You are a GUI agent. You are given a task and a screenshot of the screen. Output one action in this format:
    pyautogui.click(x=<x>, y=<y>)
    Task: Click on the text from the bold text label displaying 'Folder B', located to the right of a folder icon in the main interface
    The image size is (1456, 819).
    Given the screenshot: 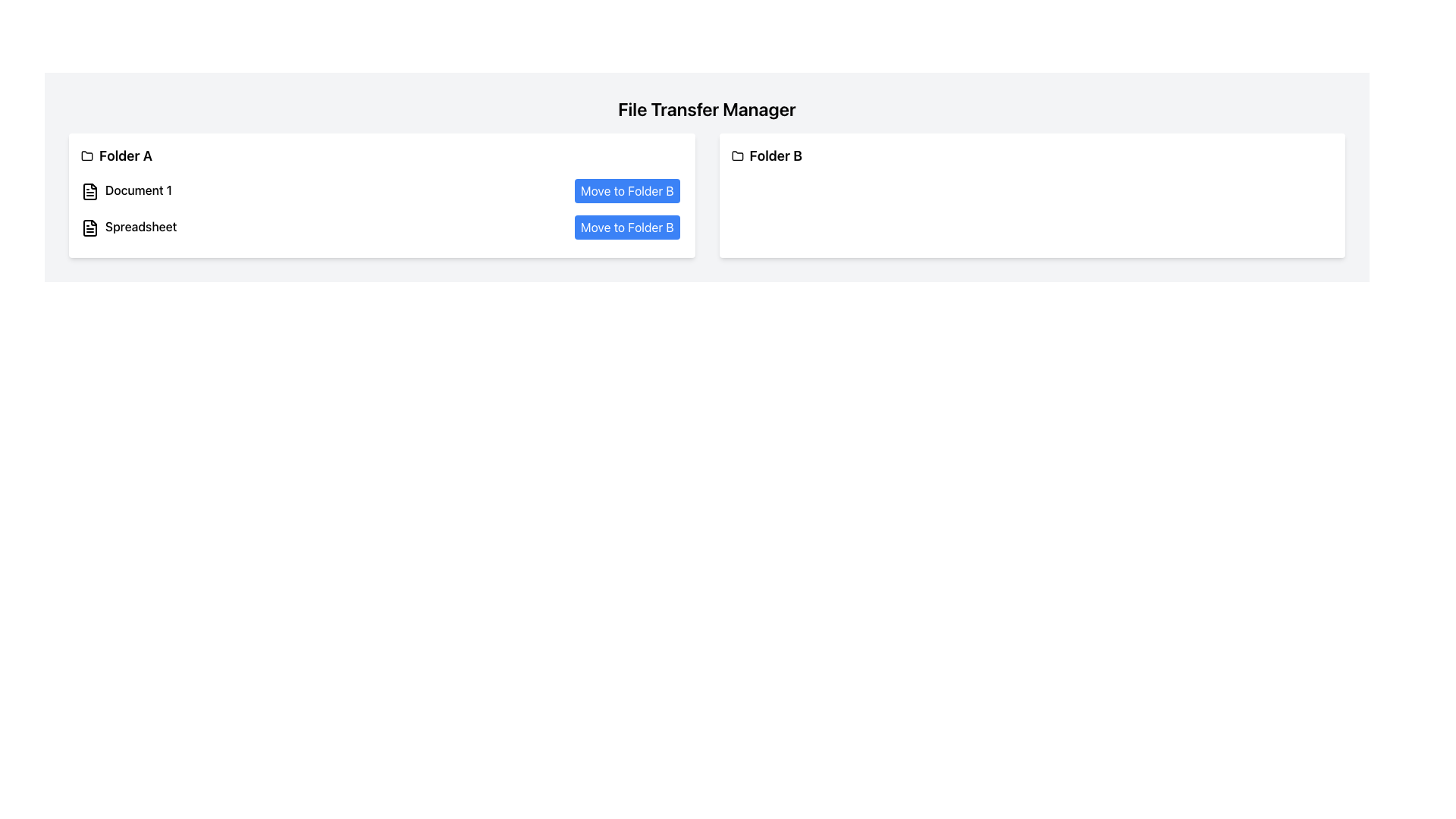 What is the action you would take?
    pyautogui.click(x=776, y=155)
    